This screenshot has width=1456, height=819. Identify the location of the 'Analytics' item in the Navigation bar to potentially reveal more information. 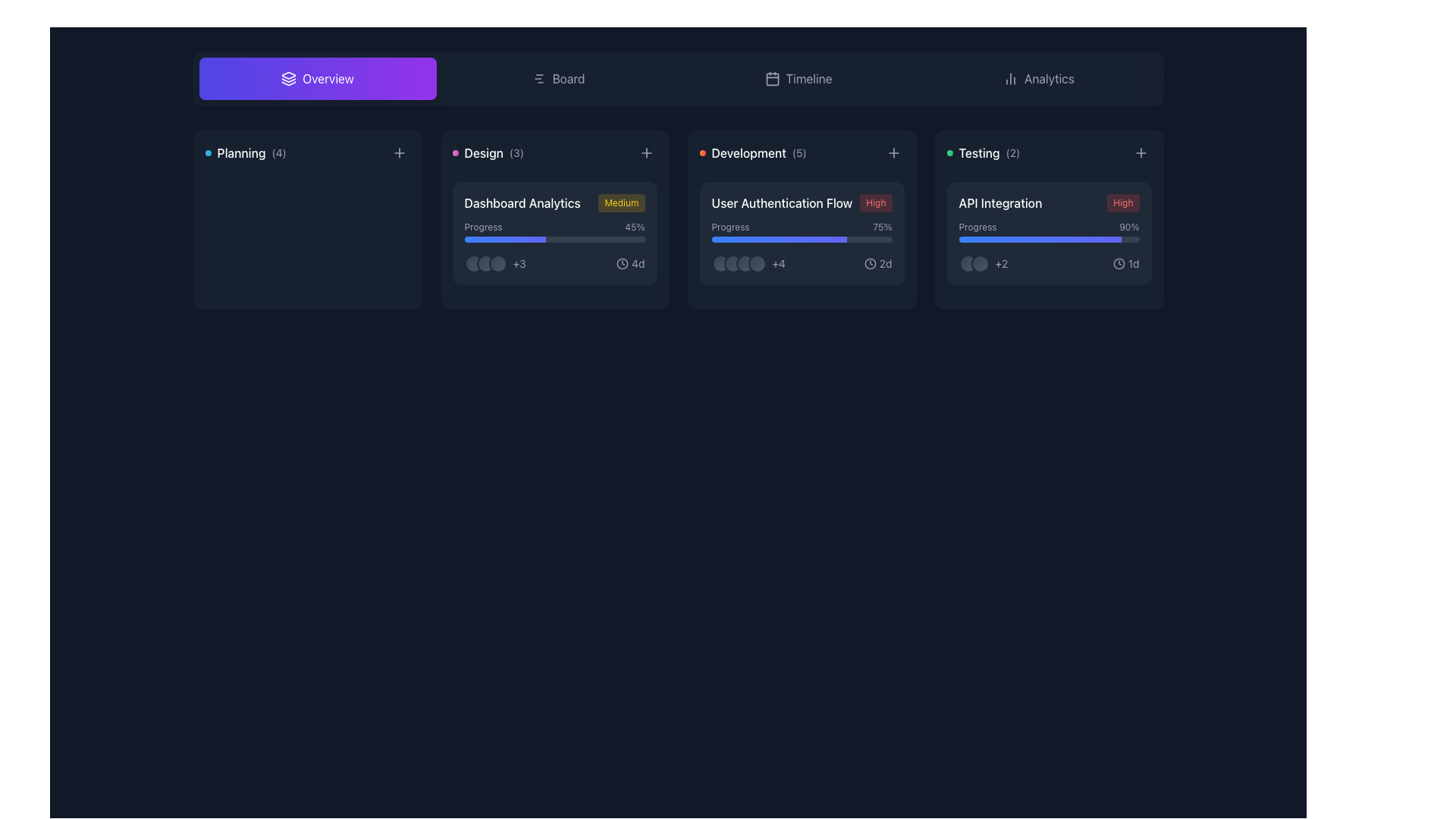
(677, 79).